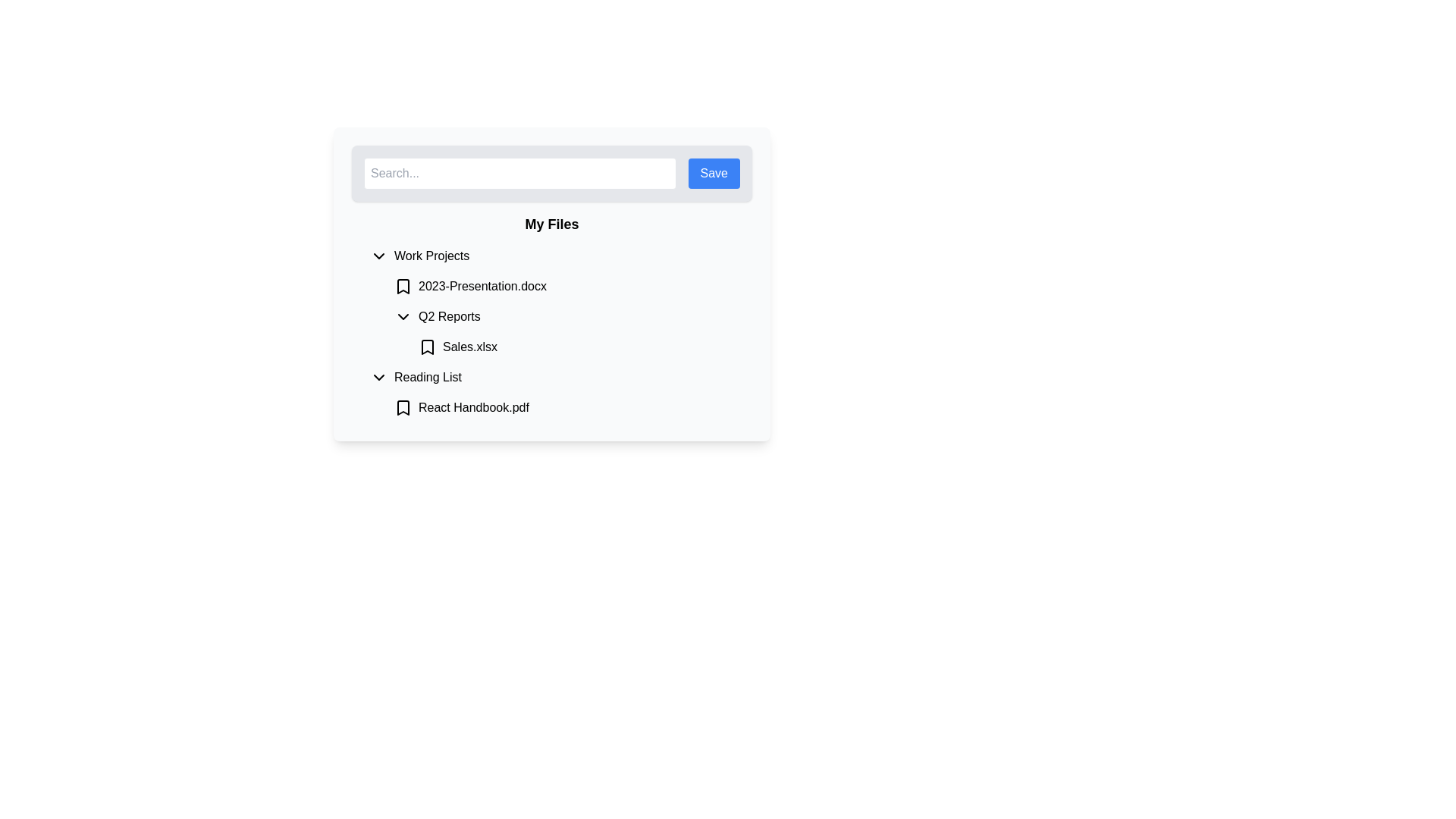  Describe the element at coordinates (551, 224) in the screenshot. I see `the static text element that serves as a title for the file management section, which is centrally located beneath the search bar and above the categorized items` at that location.